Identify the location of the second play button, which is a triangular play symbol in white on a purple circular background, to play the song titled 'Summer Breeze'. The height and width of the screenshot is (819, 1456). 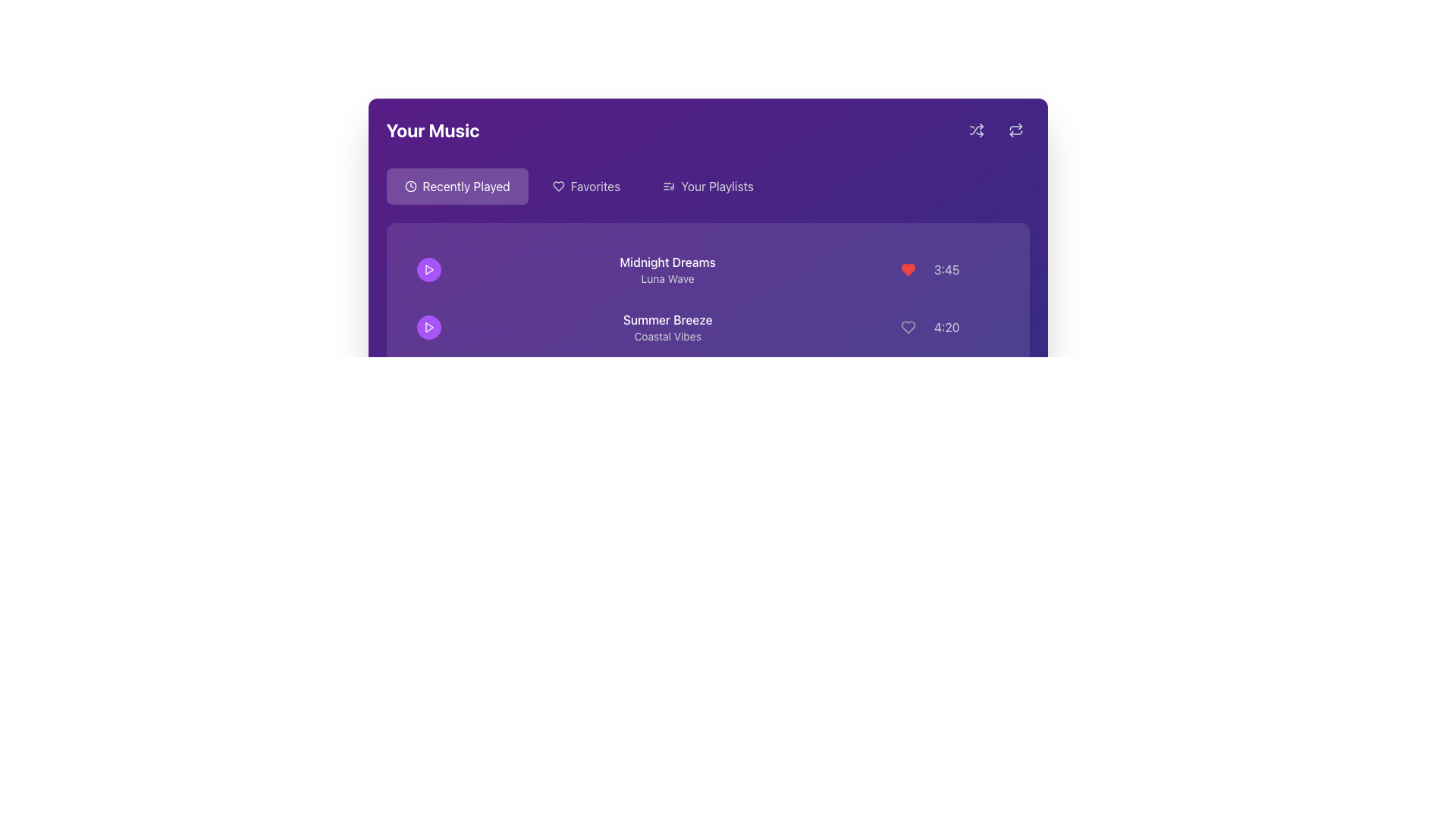
(428, 327).